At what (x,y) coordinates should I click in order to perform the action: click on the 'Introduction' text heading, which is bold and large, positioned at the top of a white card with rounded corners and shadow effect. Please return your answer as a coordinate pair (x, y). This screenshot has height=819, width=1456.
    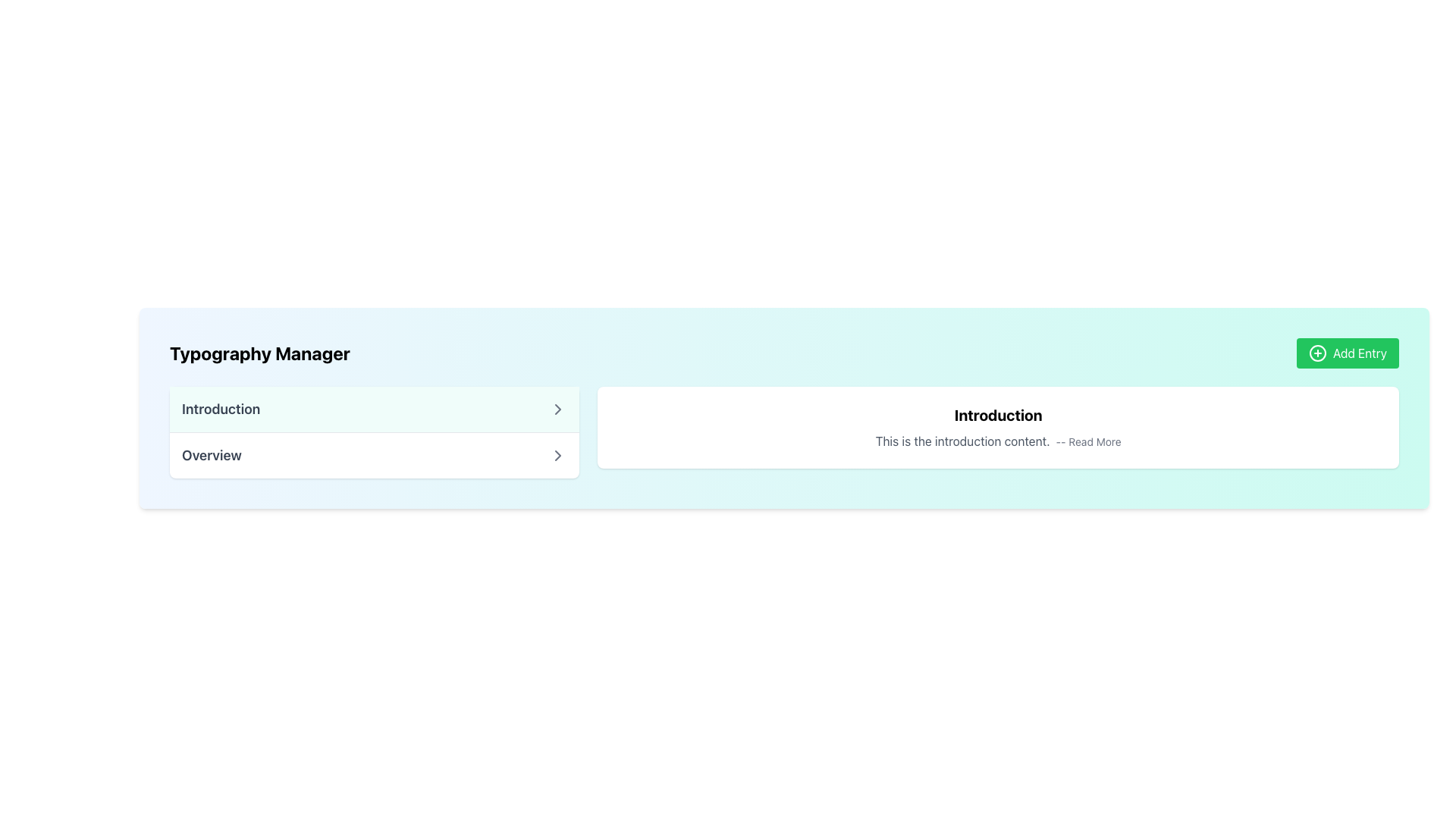
    Looking at the image, I should click on (998, 415).